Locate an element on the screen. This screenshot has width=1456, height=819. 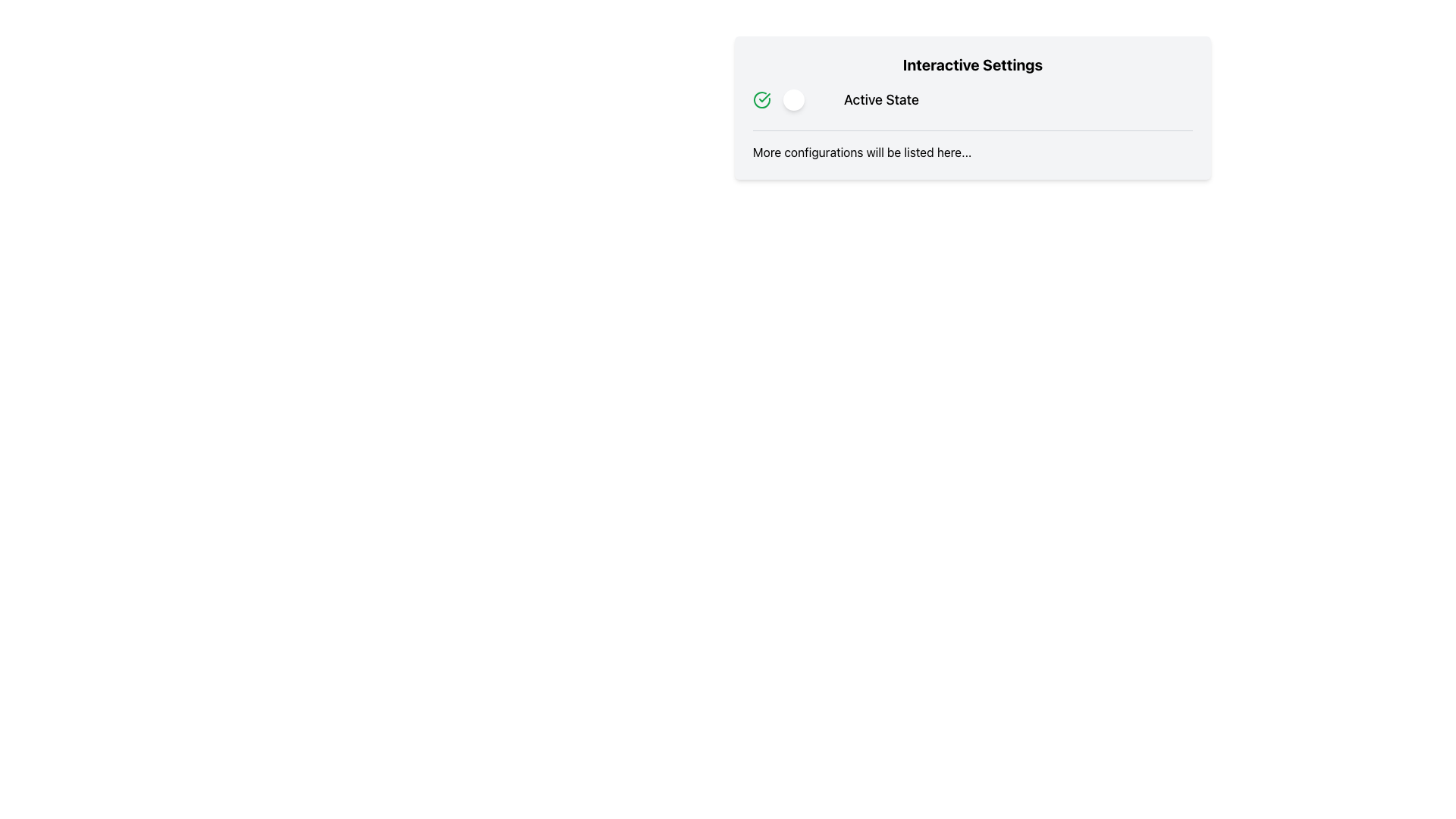
the 'Active State' text label, which is a medium-sized bold font label located to the right of a toggle switch and a green check icon within the 'Interactive Settings' section is located at coordinates (881, 99).